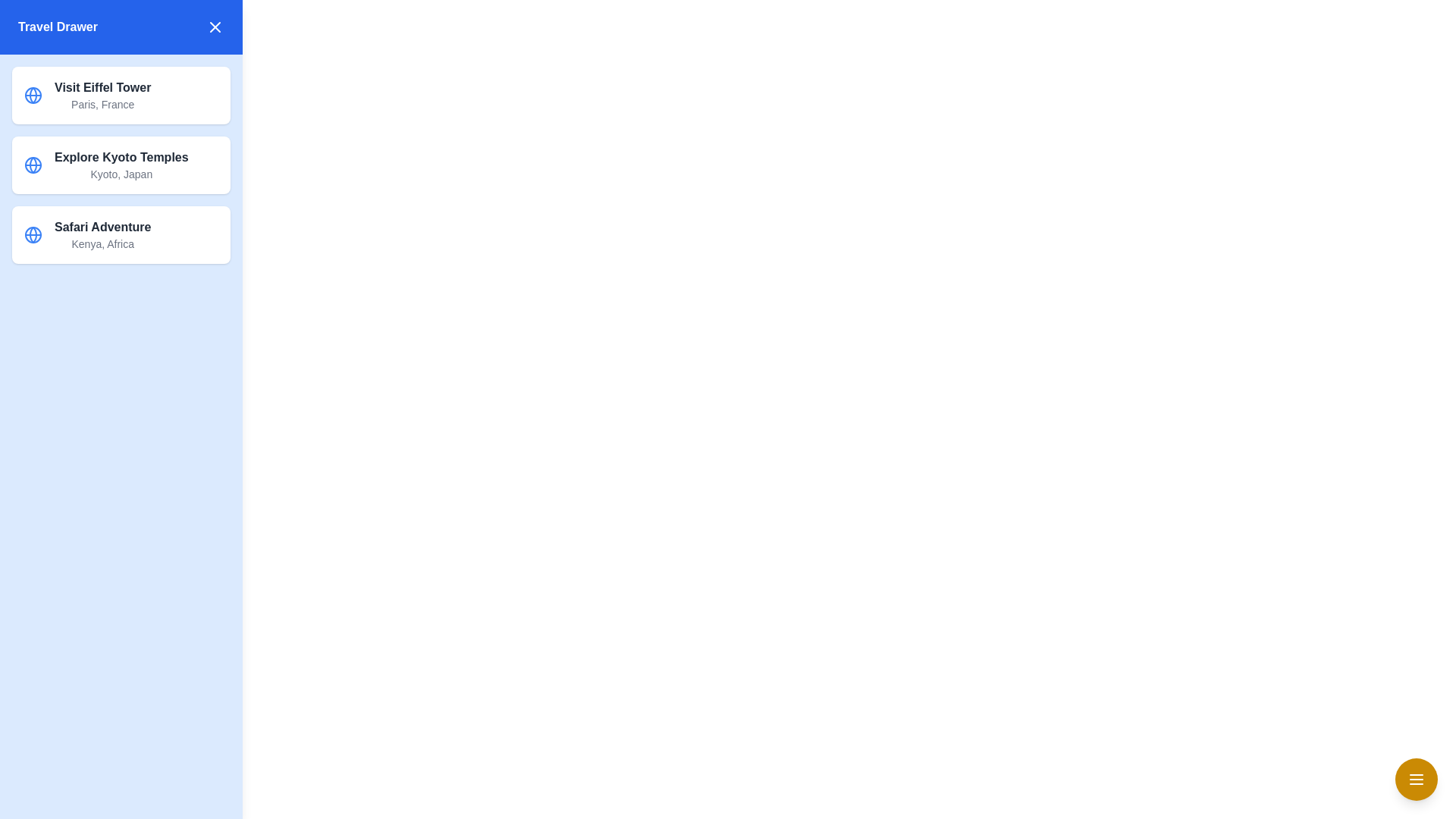 Image resolution: width=1456 pixels, height=819 pixels. I want to click on the text label displaying 'Paris, France', located beneath the title 'Visit Eiffel Tower' in the first card of the left-side panel, so click(102, 104).